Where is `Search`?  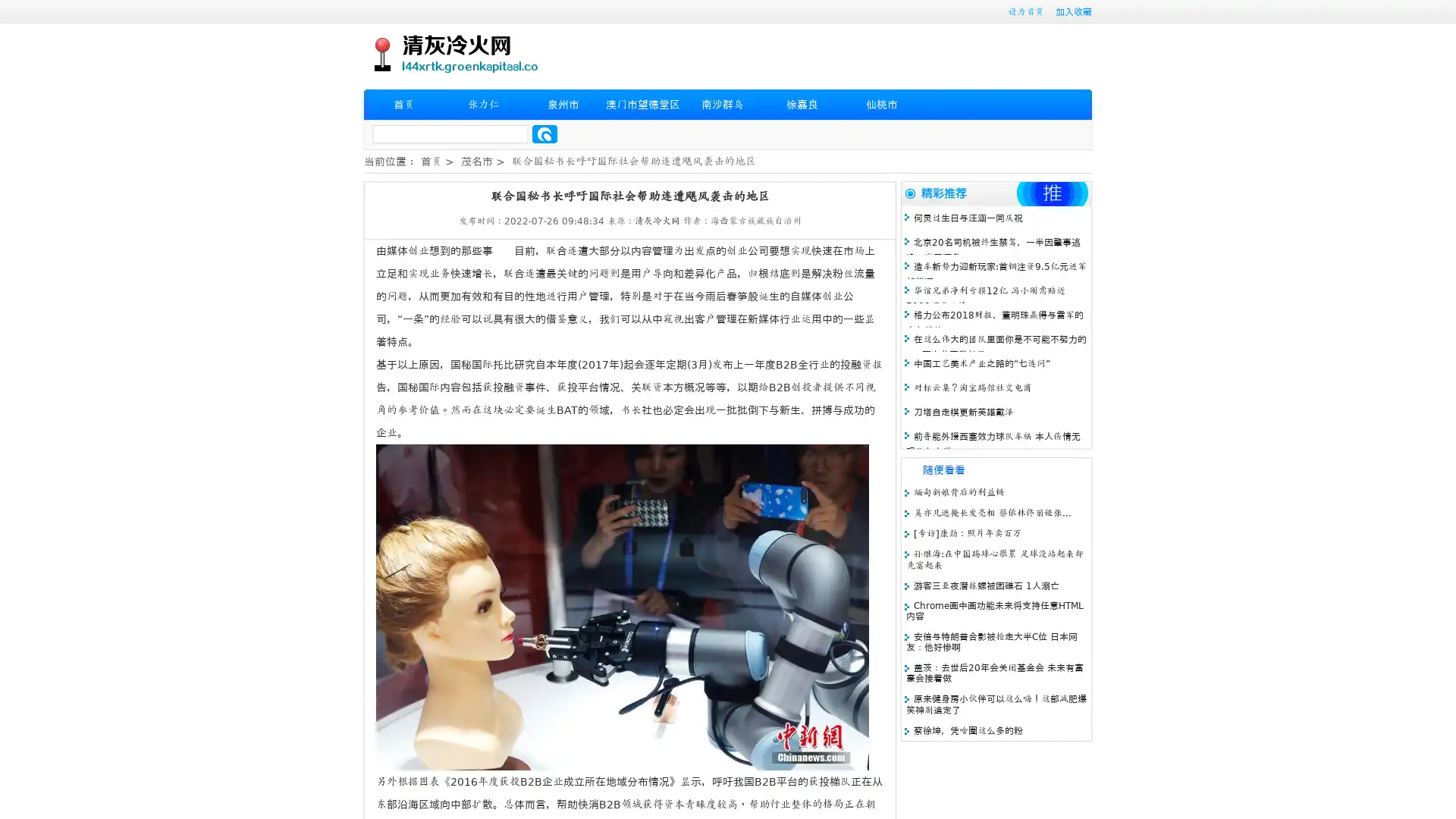 Search is located at coordinates (544, 133).